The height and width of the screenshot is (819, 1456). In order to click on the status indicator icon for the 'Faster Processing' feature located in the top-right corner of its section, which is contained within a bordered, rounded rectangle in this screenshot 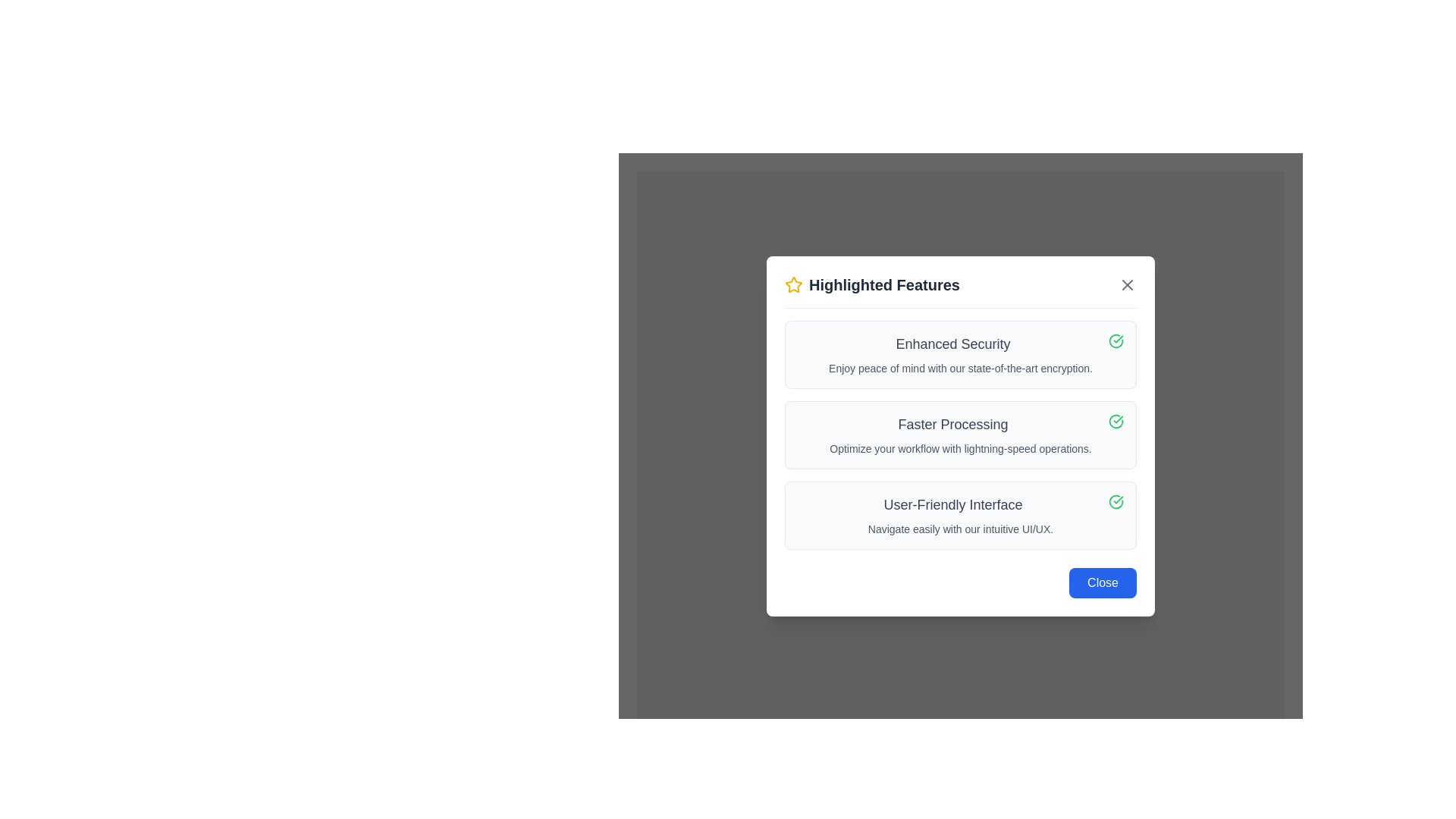, I will do `click(1116, 421)`.